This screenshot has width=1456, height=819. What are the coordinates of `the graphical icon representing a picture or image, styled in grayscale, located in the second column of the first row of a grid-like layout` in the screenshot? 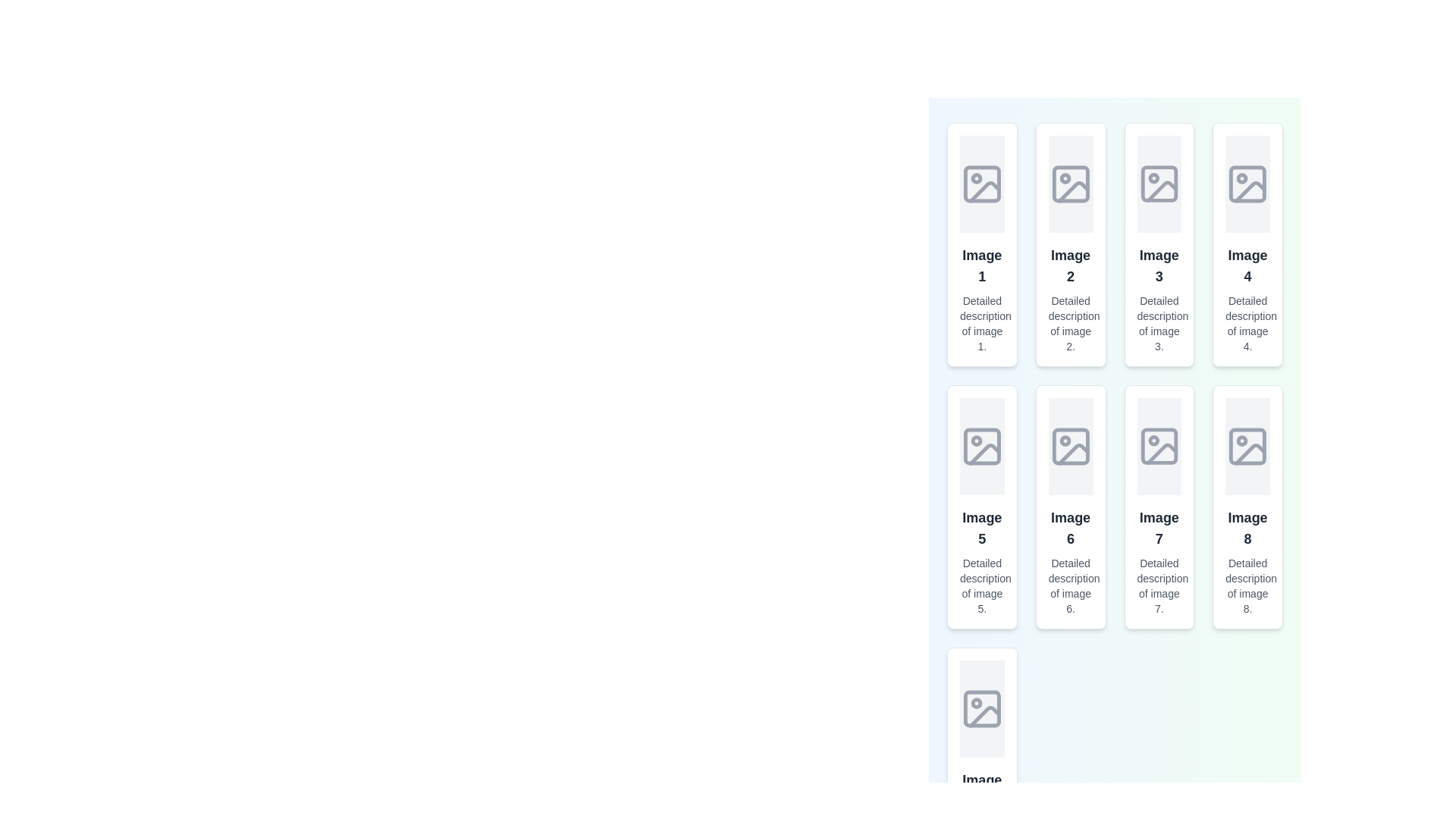 It's located at (1070, 184).